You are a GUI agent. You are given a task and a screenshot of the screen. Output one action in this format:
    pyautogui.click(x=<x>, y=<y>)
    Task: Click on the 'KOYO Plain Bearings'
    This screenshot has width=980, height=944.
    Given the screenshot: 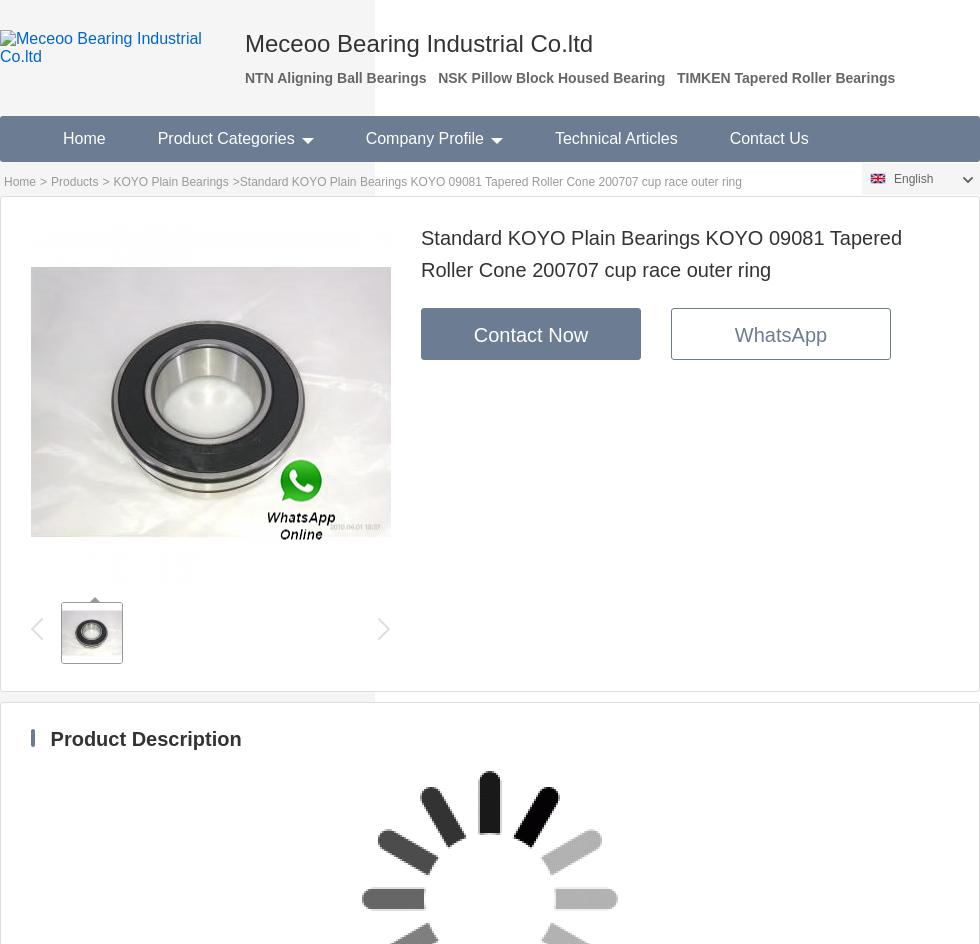 What is the action you would take?
    pyautogui.click(x=170, y=181)
    